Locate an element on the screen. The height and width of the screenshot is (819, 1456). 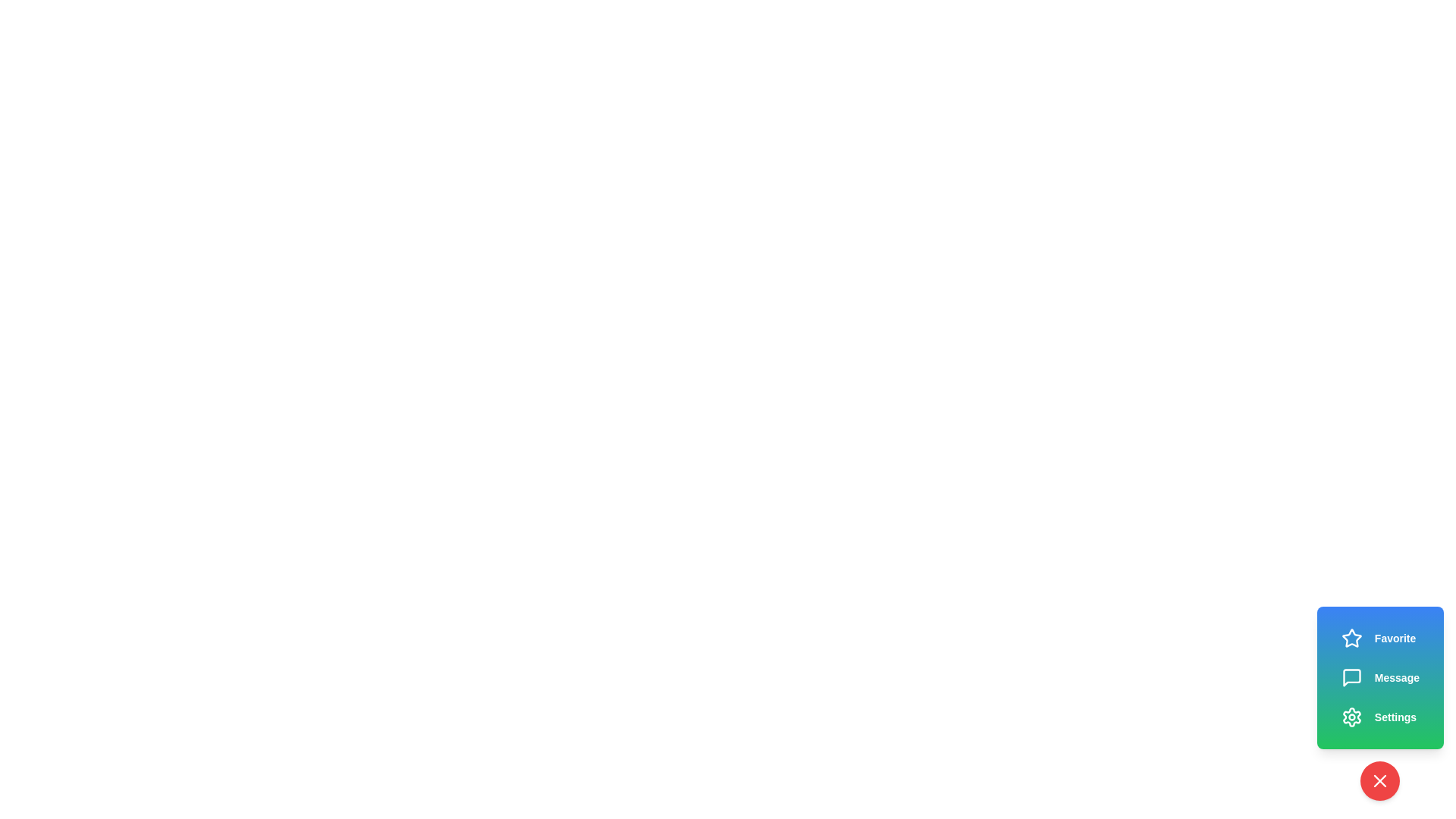
red circular button with an 'X' icon to collapse the speed dial menu is located at coordinates (1379, 780).